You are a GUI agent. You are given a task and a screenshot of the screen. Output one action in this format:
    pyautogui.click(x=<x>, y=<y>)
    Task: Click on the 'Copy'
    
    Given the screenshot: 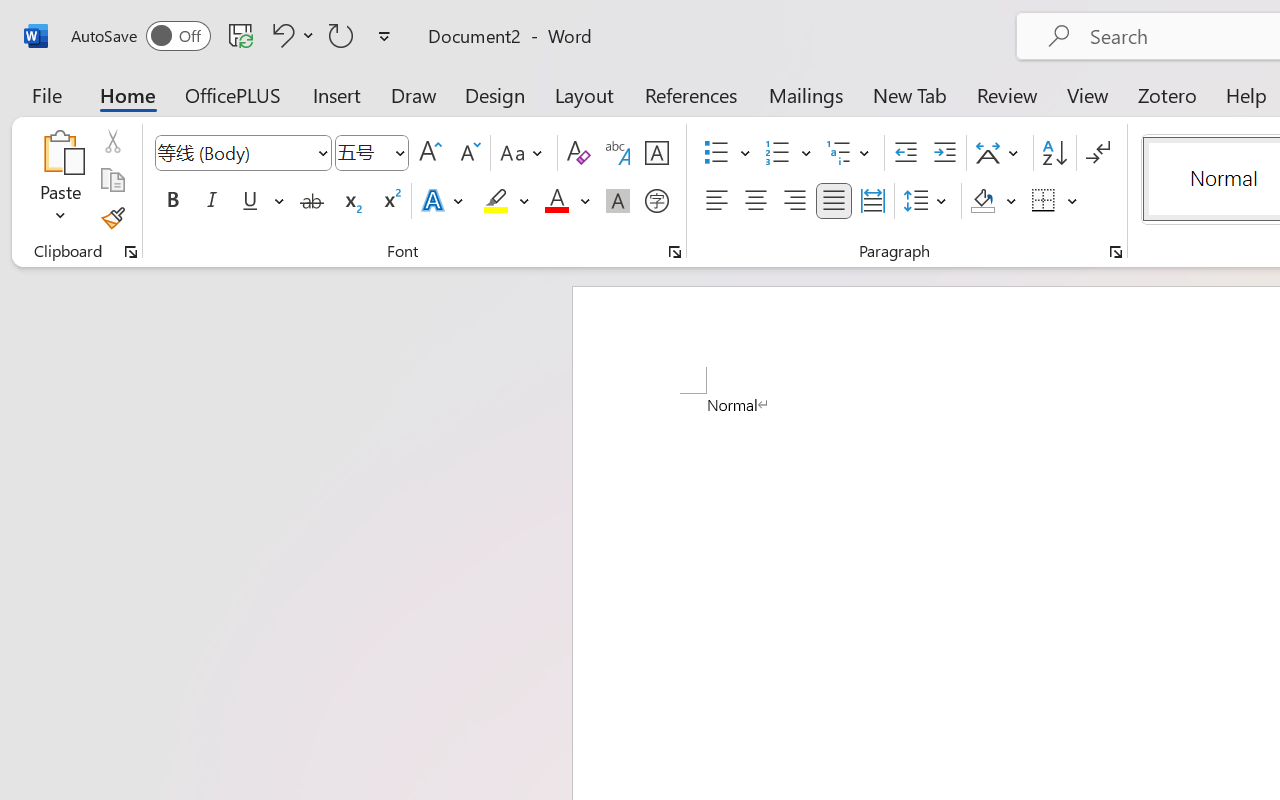 What is the action you would take?
    pyautogui.click(x=111, y=179)
    